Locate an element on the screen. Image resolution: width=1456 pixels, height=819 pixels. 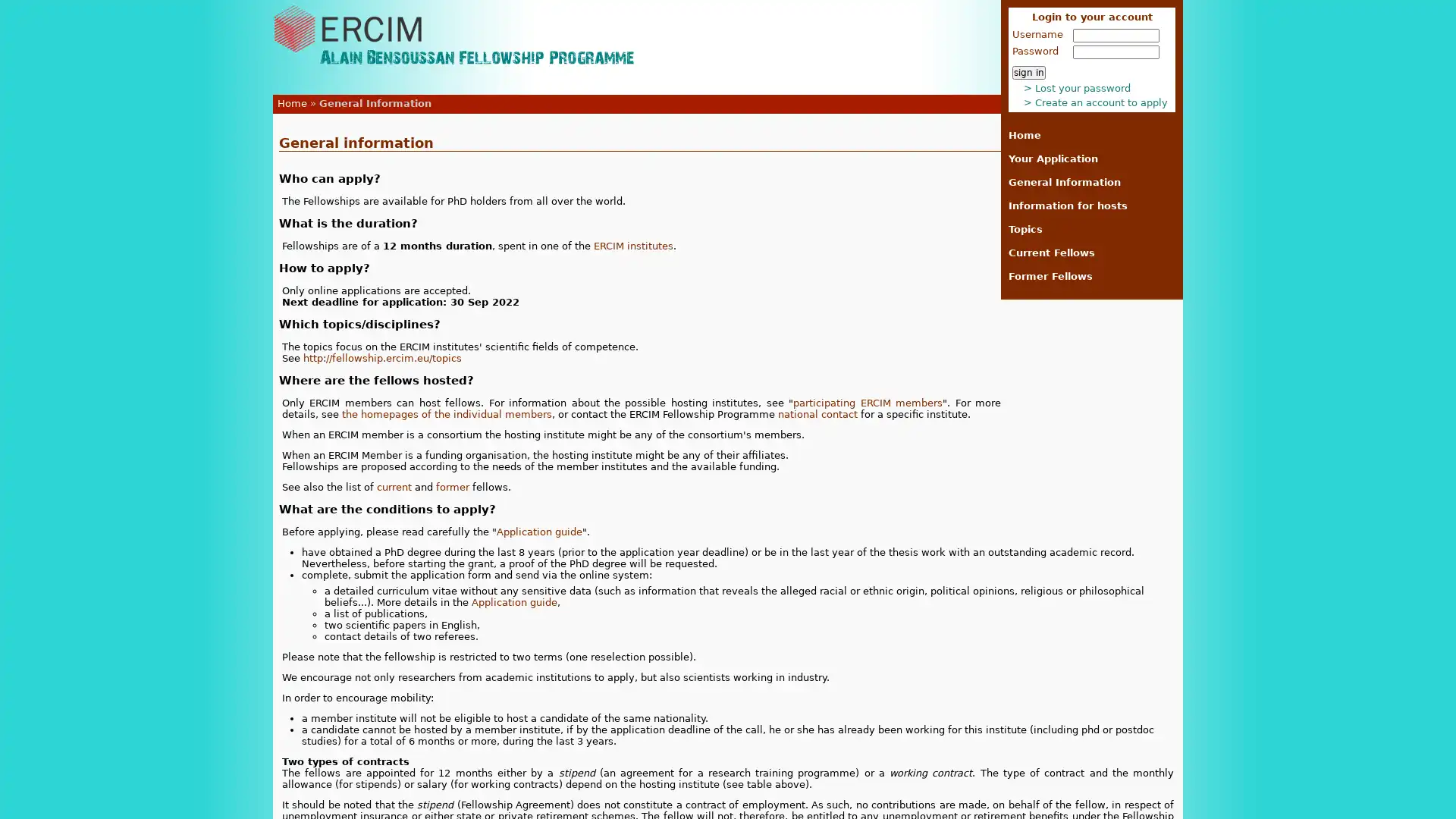
sign in is located at coordinates (1029, 73).